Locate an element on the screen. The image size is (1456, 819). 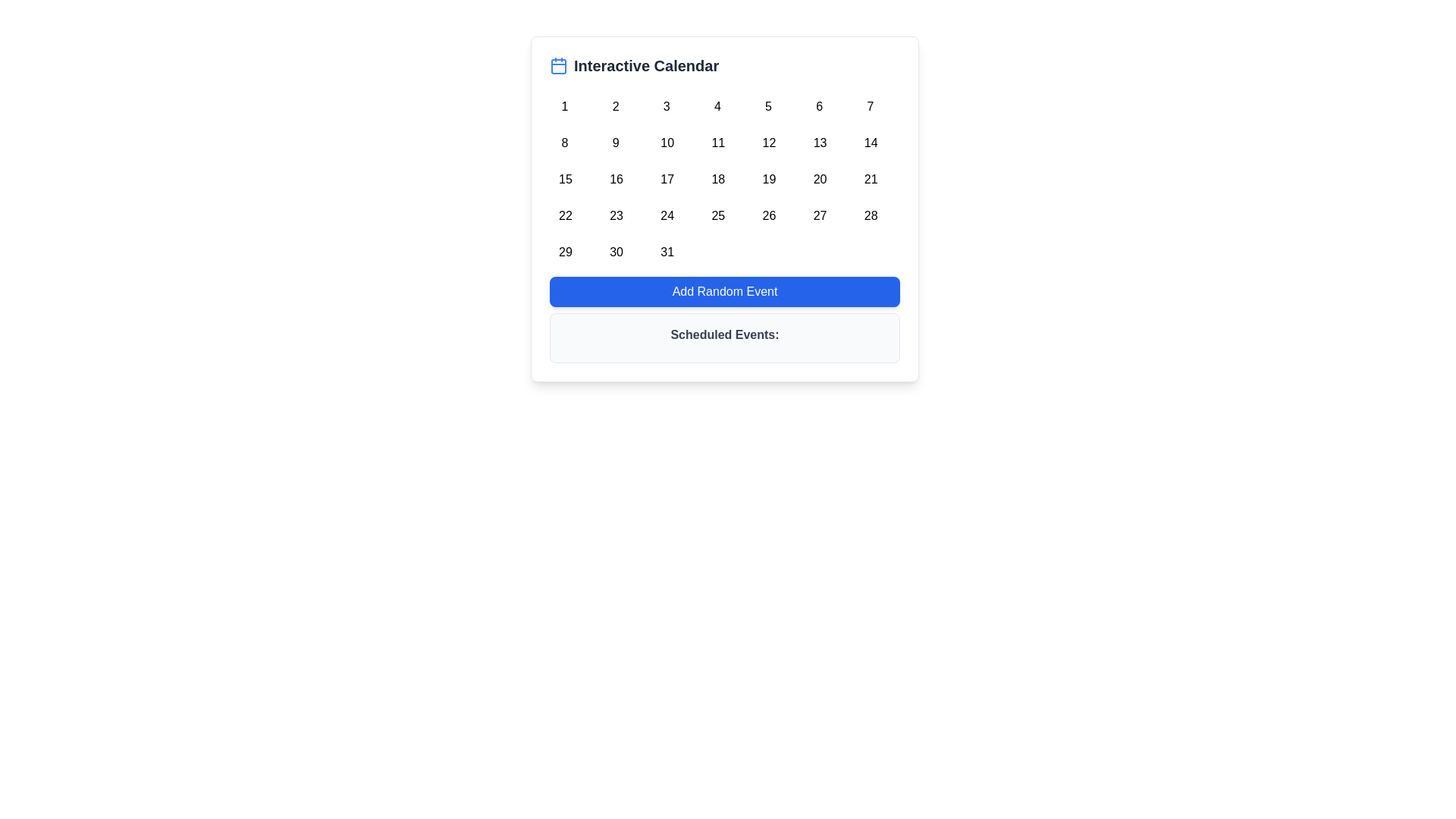
the square button with a light background and the number '25' centered in bold text is located at coordinates (717, 213).